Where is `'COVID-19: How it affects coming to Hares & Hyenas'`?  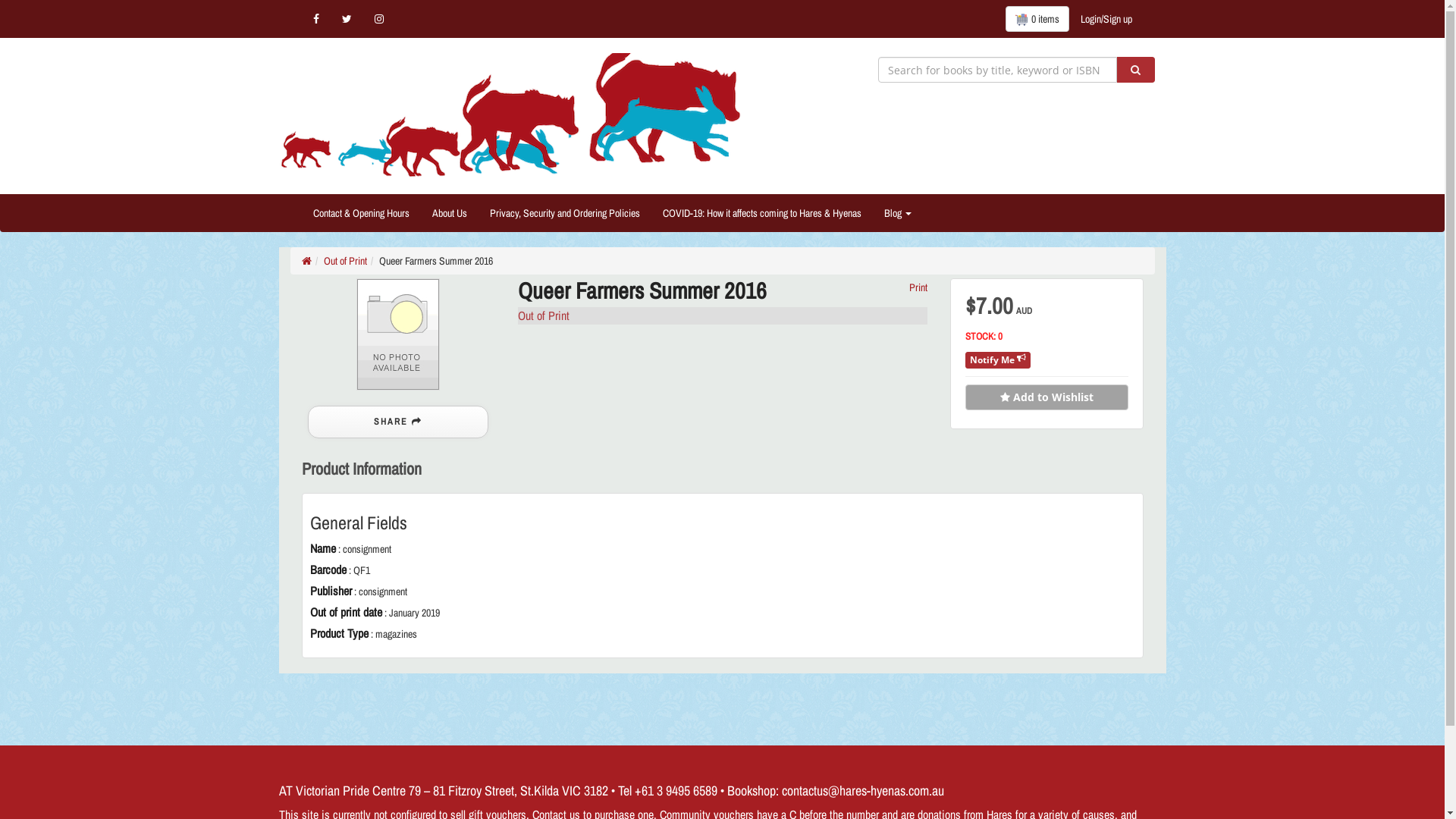 'COVID-19: How it affects coming to Hares & Hyenas' is located at coordinates (761, 213).